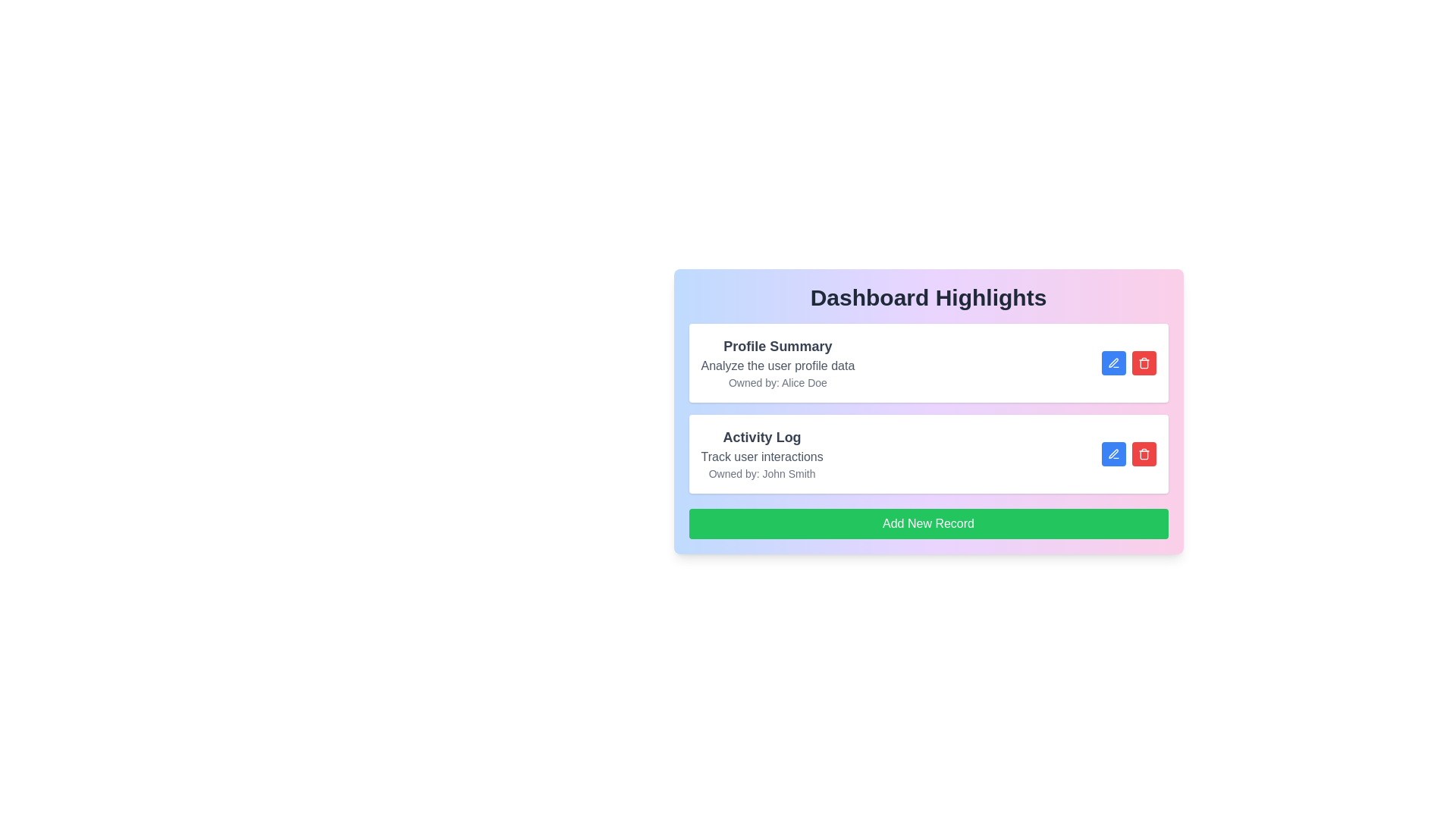  What do you see at coordinates (1113, 453) in the screenshot?
I see `the blue pen icon button located in the 'Activity Log' panel` at bounding box center [1113, 453].